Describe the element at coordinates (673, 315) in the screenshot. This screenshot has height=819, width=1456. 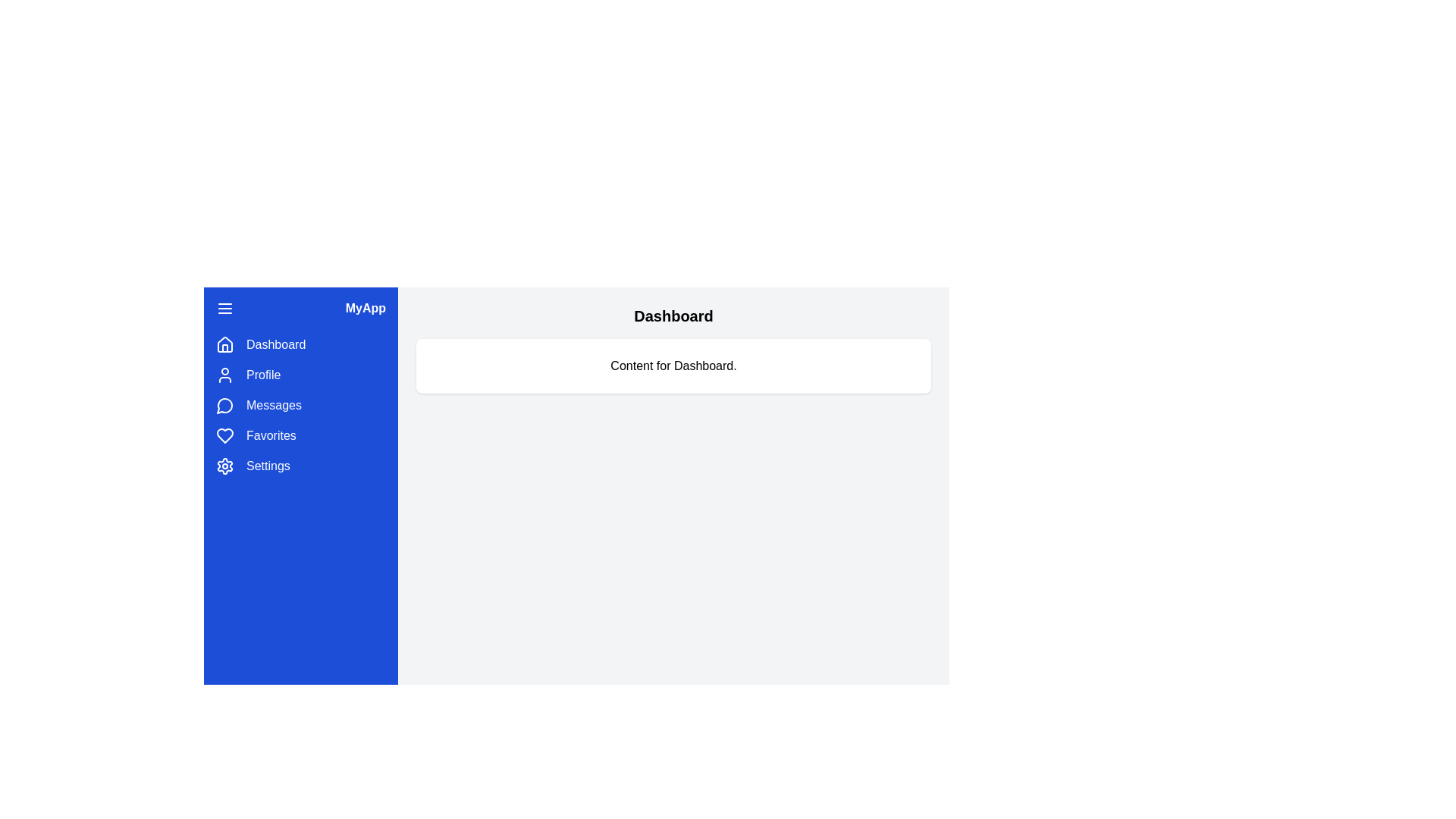
I see `the primary heading or title of the current page labeled 'Dashboard', which is located at the top of the main content area, centered horizontally above the content section labeled 'Content for Dashboard'` at that location.